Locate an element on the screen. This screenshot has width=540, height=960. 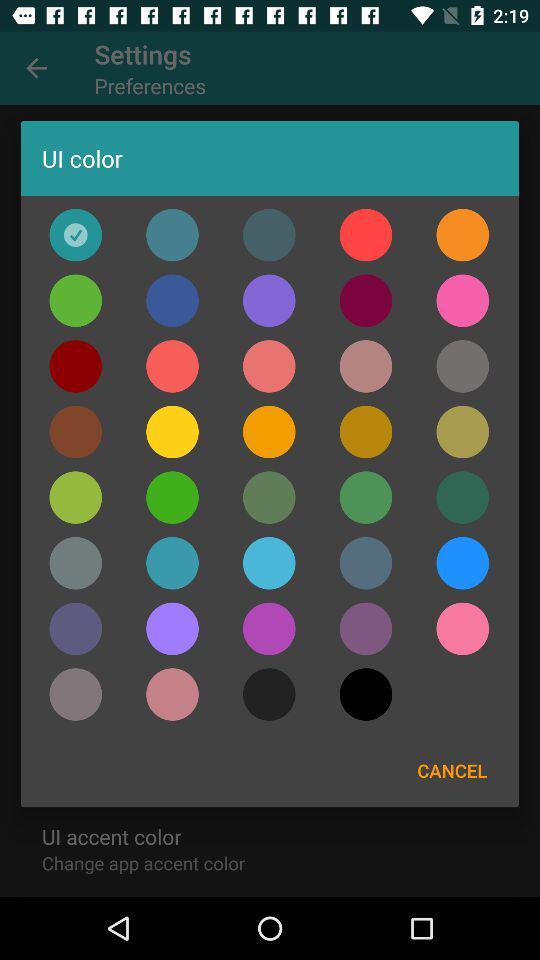
ui color blue is located at coordinates (462, 563).